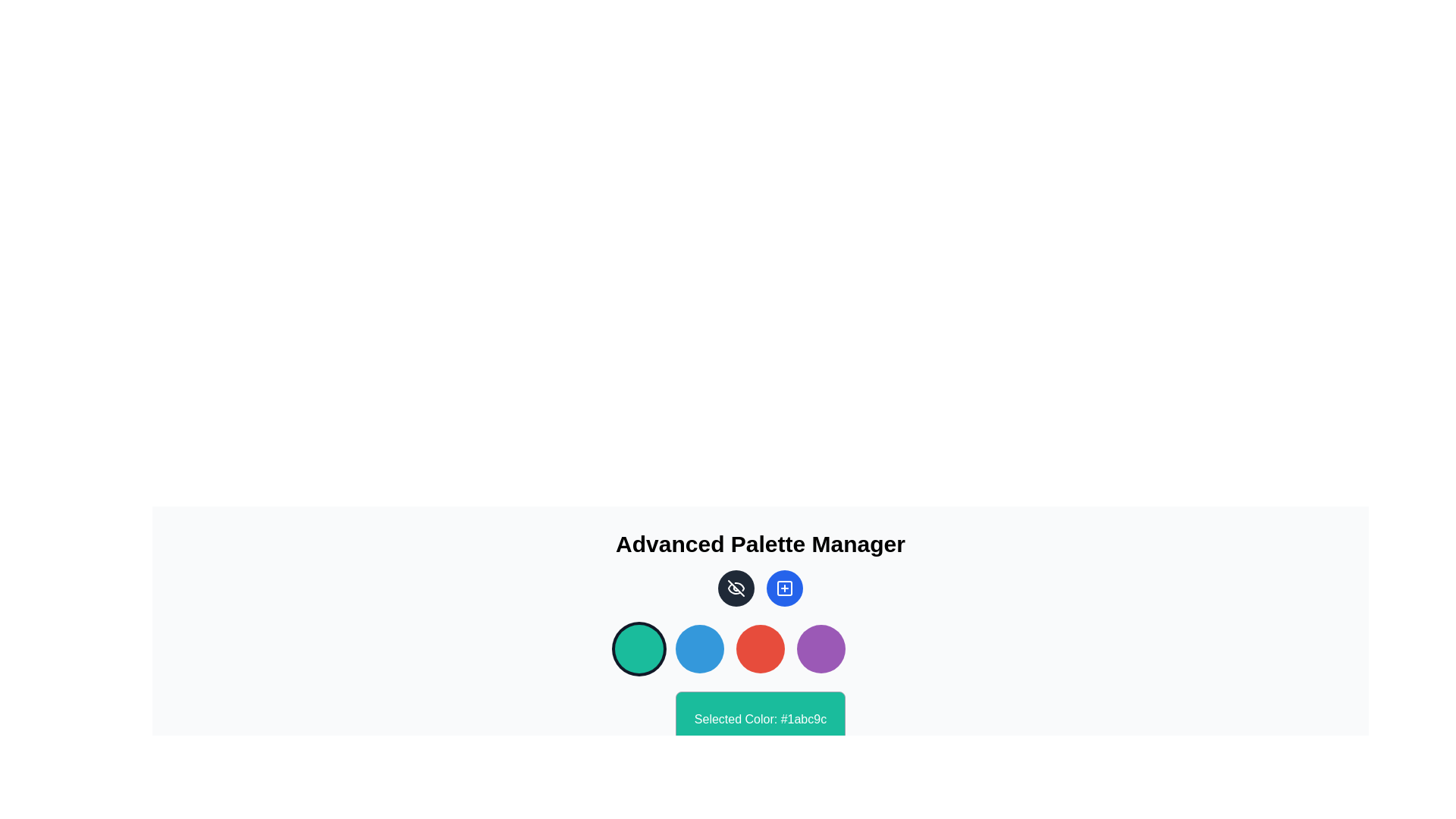  I want to click on the second button, so click(698, 648).